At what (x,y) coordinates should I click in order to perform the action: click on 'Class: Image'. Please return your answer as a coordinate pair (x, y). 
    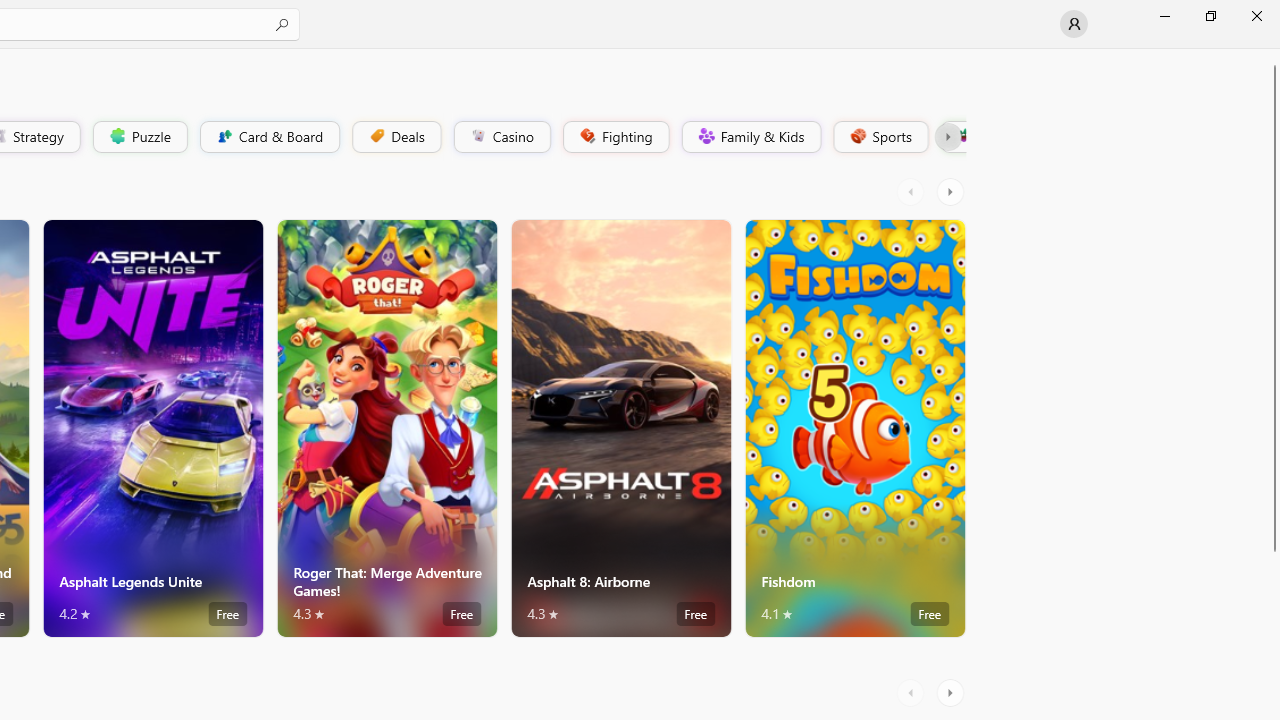
    Looking at the image, I should click on (961, 135).